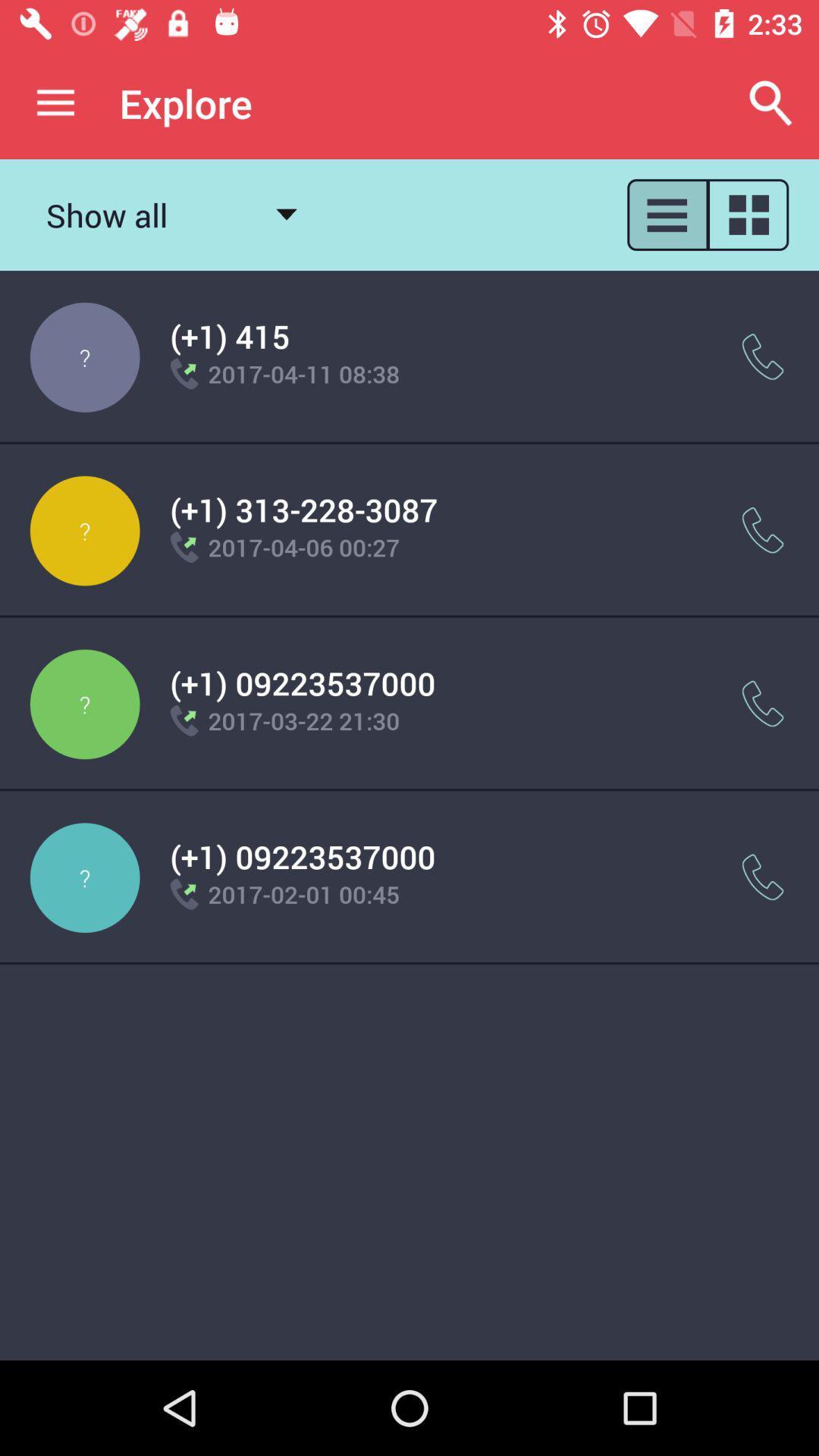  What do you see at coordinates (763, 877) in the screenshot?
I see `call number` at bounding box center [763, 877].